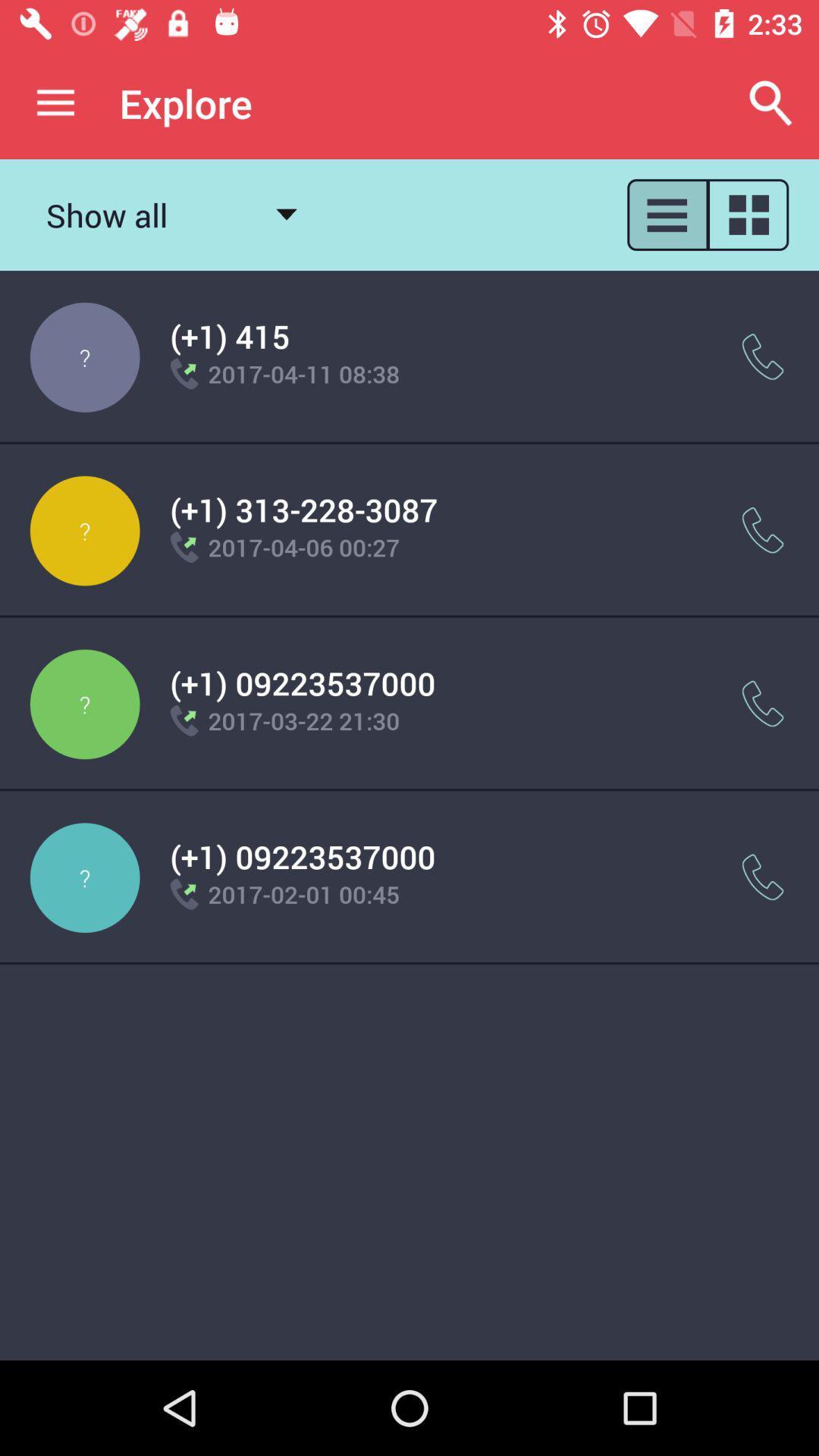  What do you see at coordinates (763, 877) in the screenshot?
I see `call number` at bounding box center [763, 877].